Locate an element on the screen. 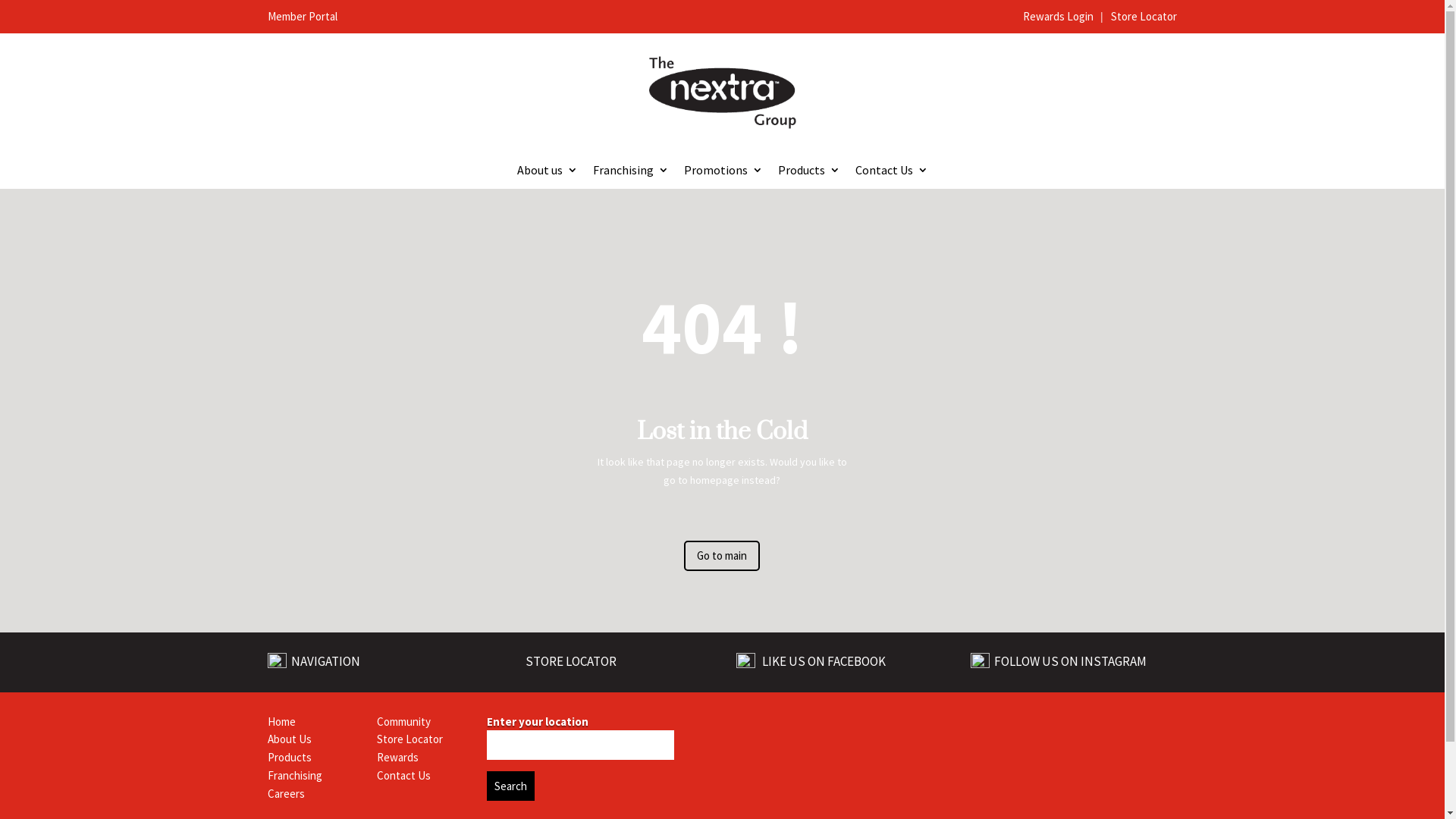 This screenshot has width=1456, height=819. 'Franchising' is located at coordinates (630, 171).